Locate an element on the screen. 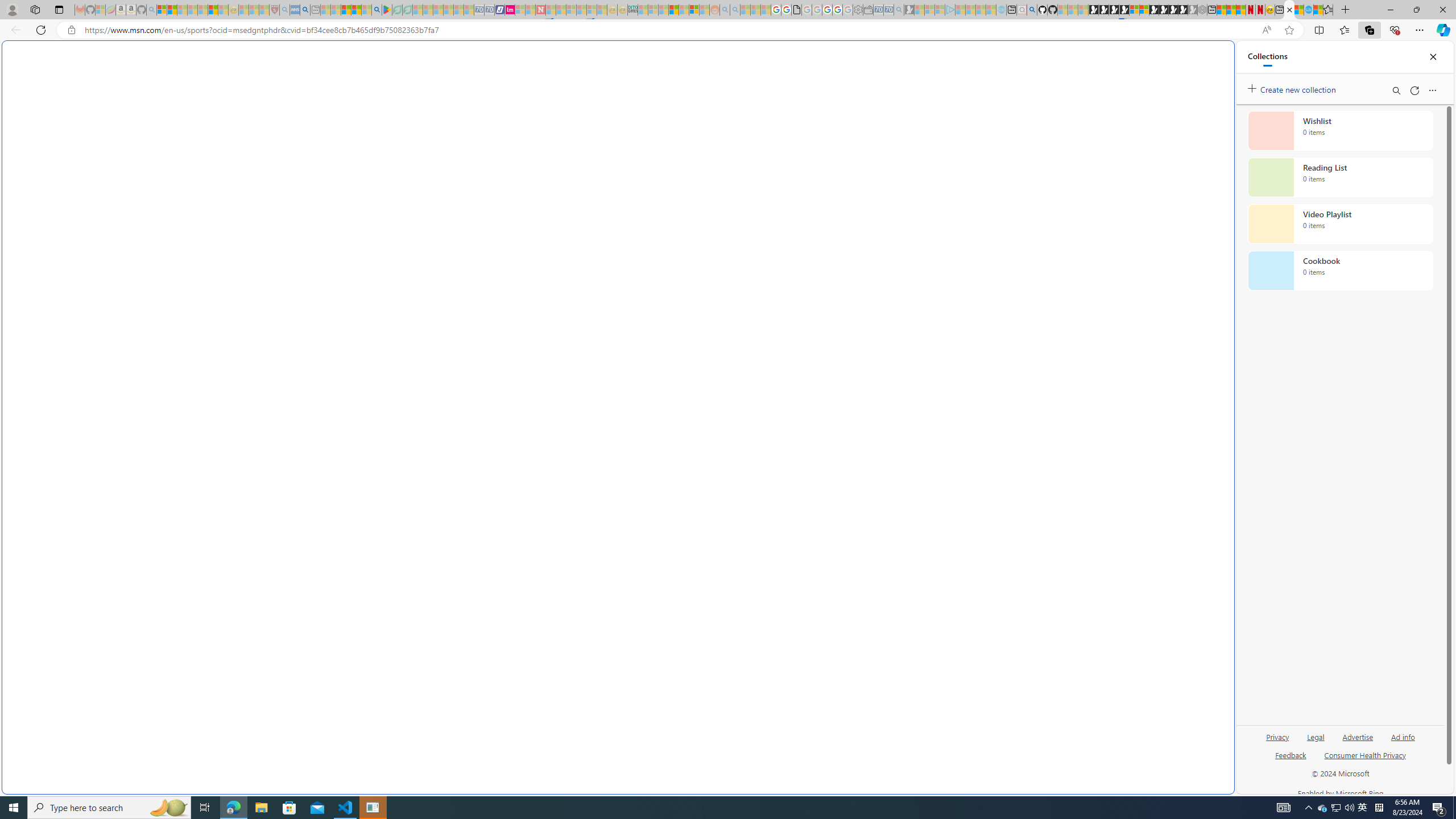 This screenshot has width=1456, height=819. 'Video Playlist collection, 0 items' is located at coordinates (1340, 223).